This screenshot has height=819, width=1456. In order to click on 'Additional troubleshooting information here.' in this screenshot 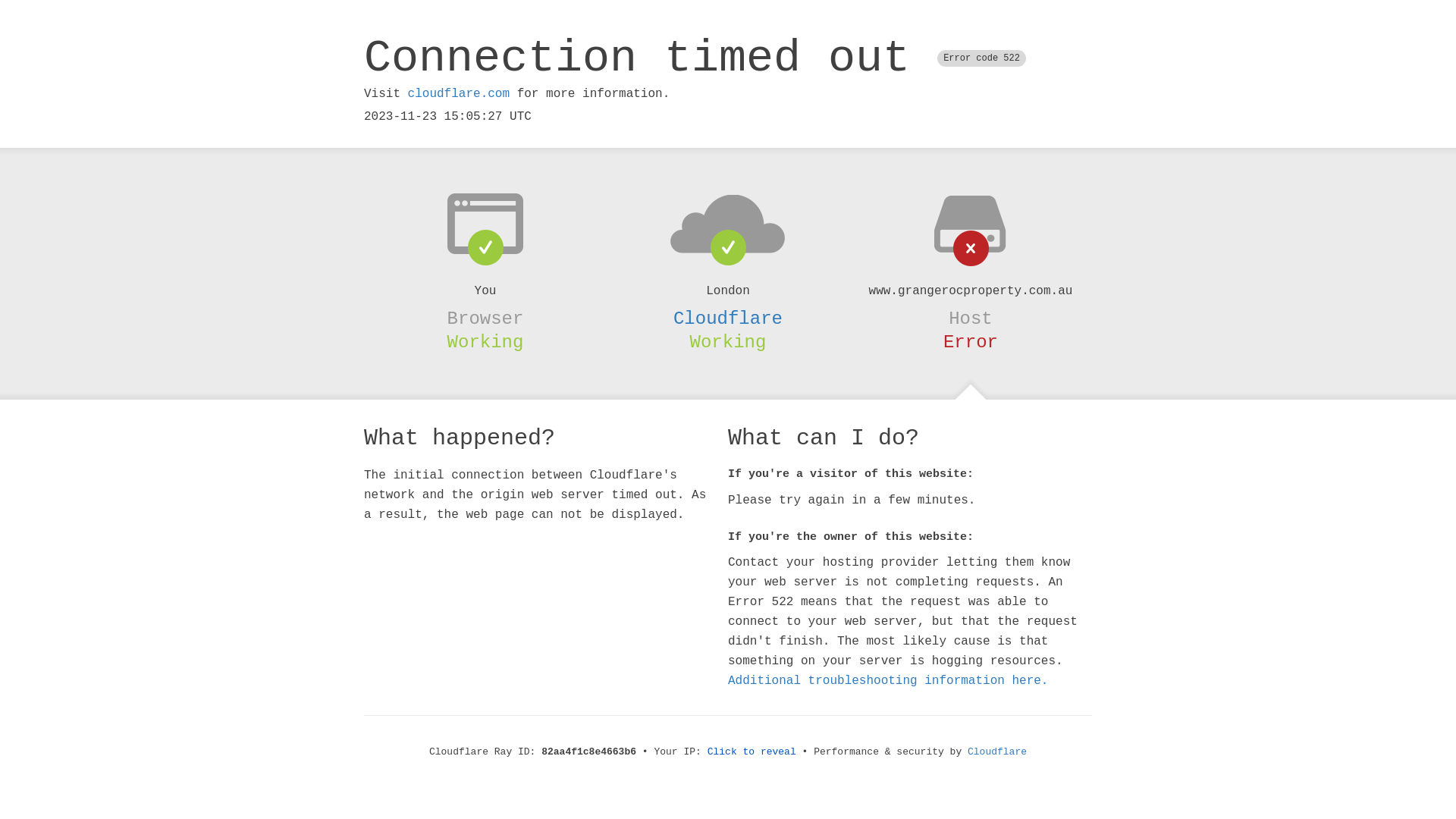, I will do `click(888, 680)`.